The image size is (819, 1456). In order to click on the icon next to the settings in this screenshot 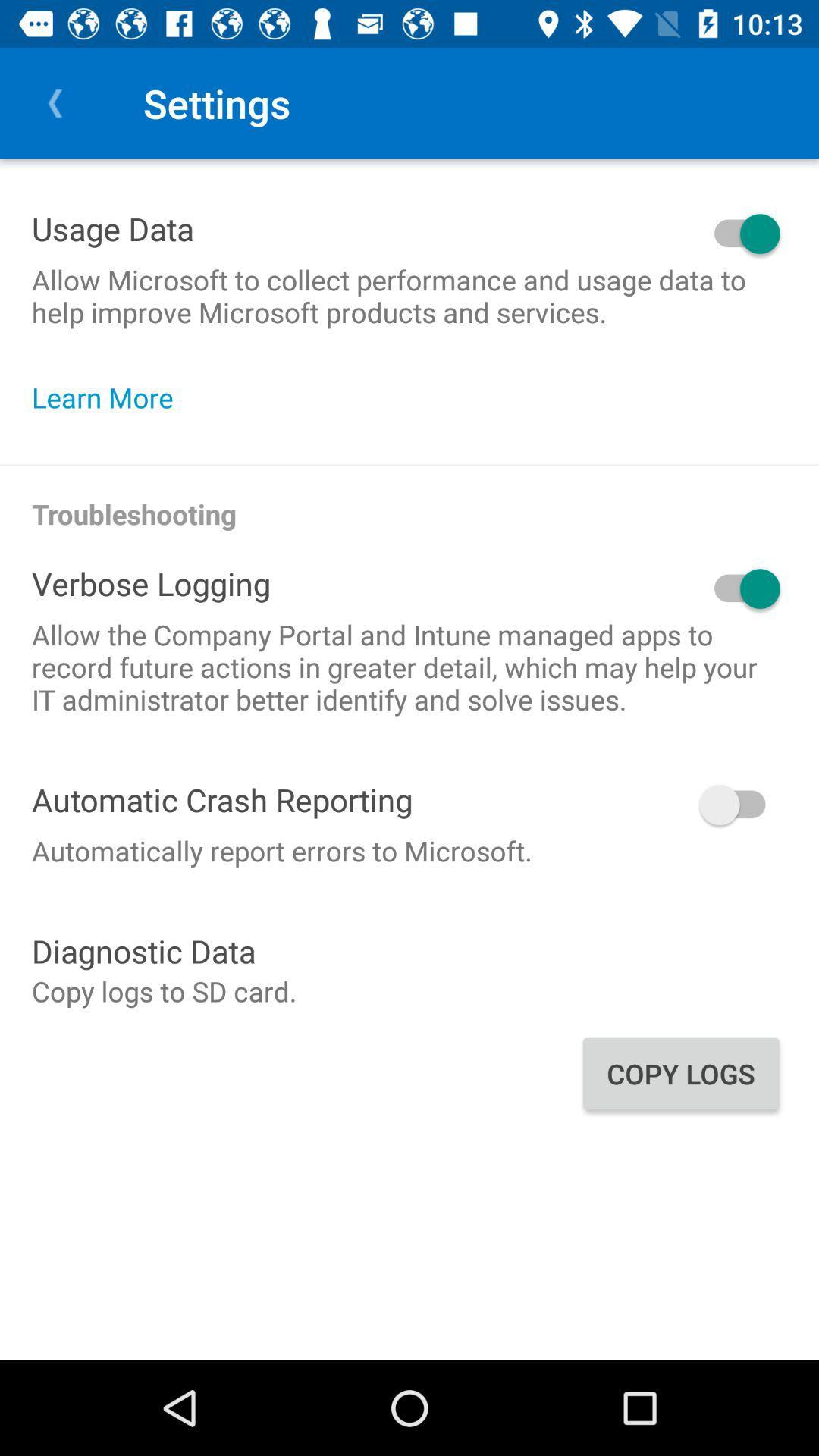, I will do `click(55, 102)`.